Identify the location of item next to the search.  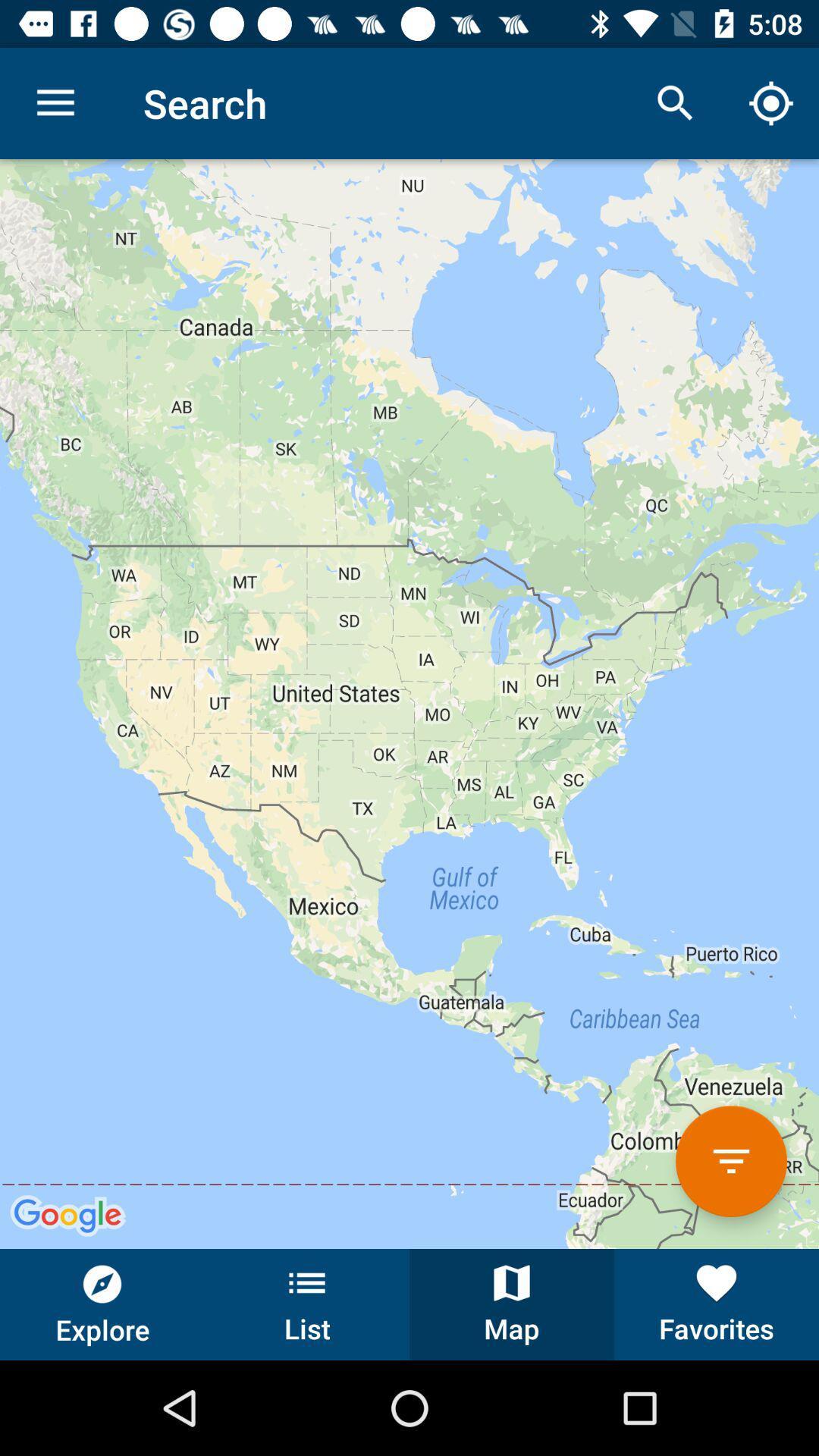
(55, 102).